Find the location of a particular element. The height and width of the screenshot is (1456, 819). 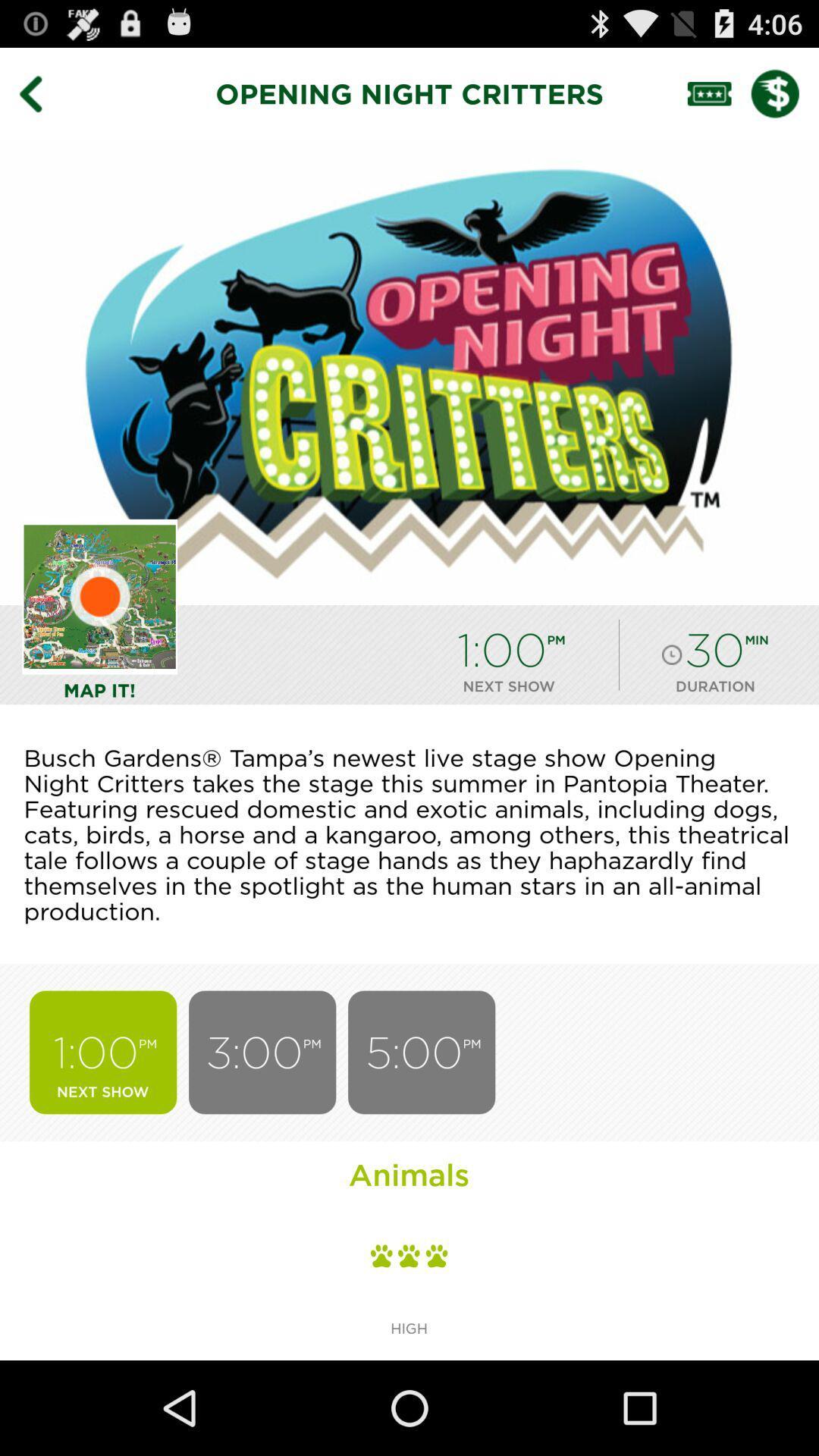

the arrow_backward icon is located at coordinates (41, 99).